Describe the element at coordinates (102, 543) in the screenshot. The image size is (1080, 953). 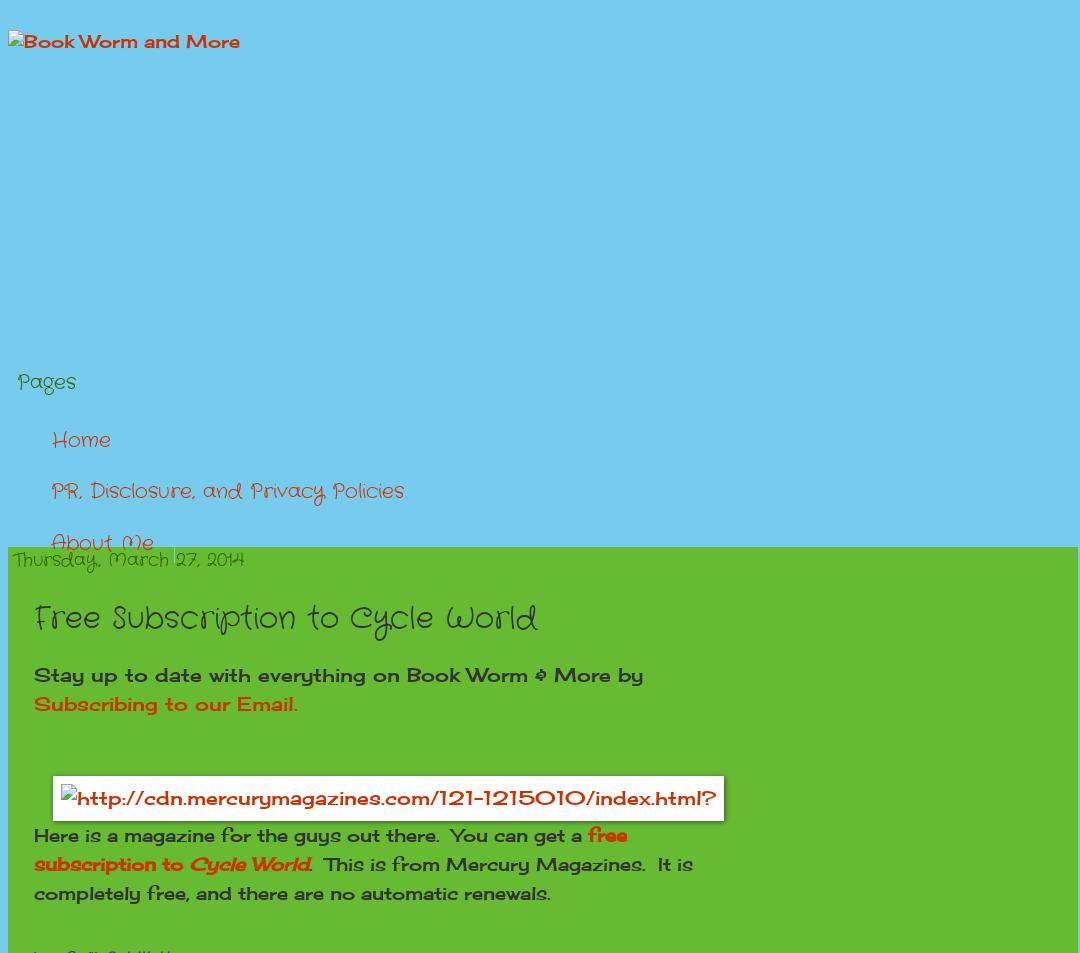
I see `'About Me'` at that location.